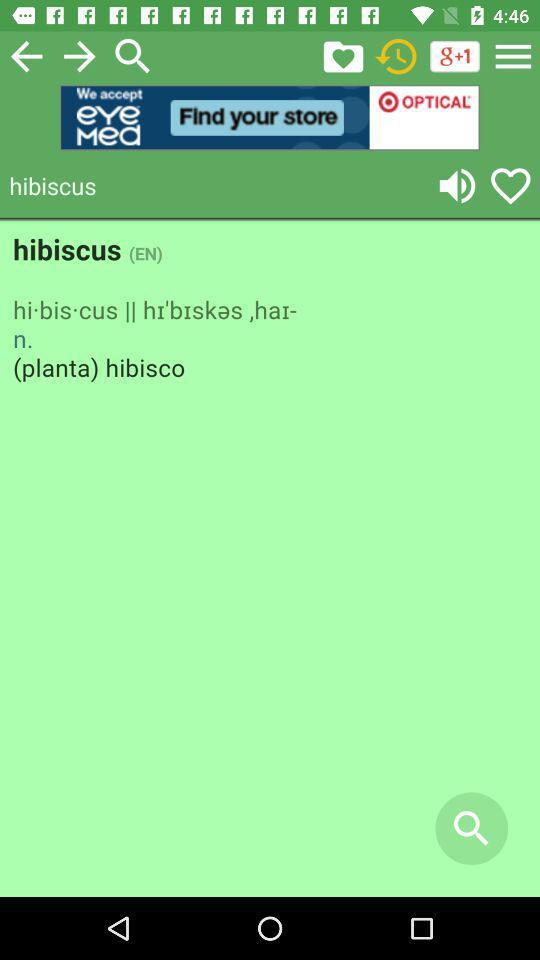 This screenshot has width=540, height=960. Describe the element at coordinates (270, 117) in the screenshot. I see `advertisement bar` at that location.